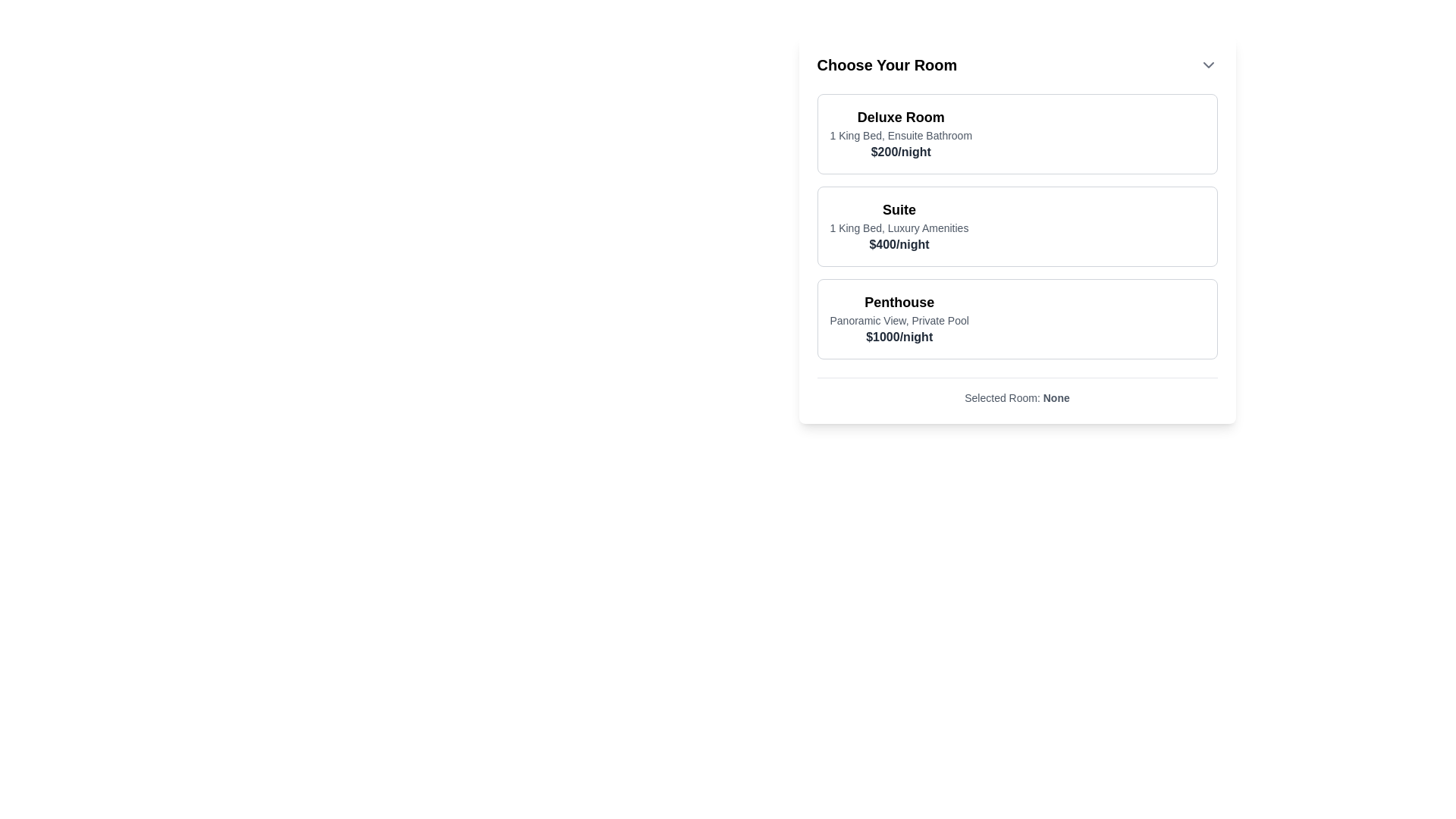 The image size is (1456, 819). I want to click on the downward-pointing chevron icon in the header section titled 'Choose Your Room', so click(1207, 64).